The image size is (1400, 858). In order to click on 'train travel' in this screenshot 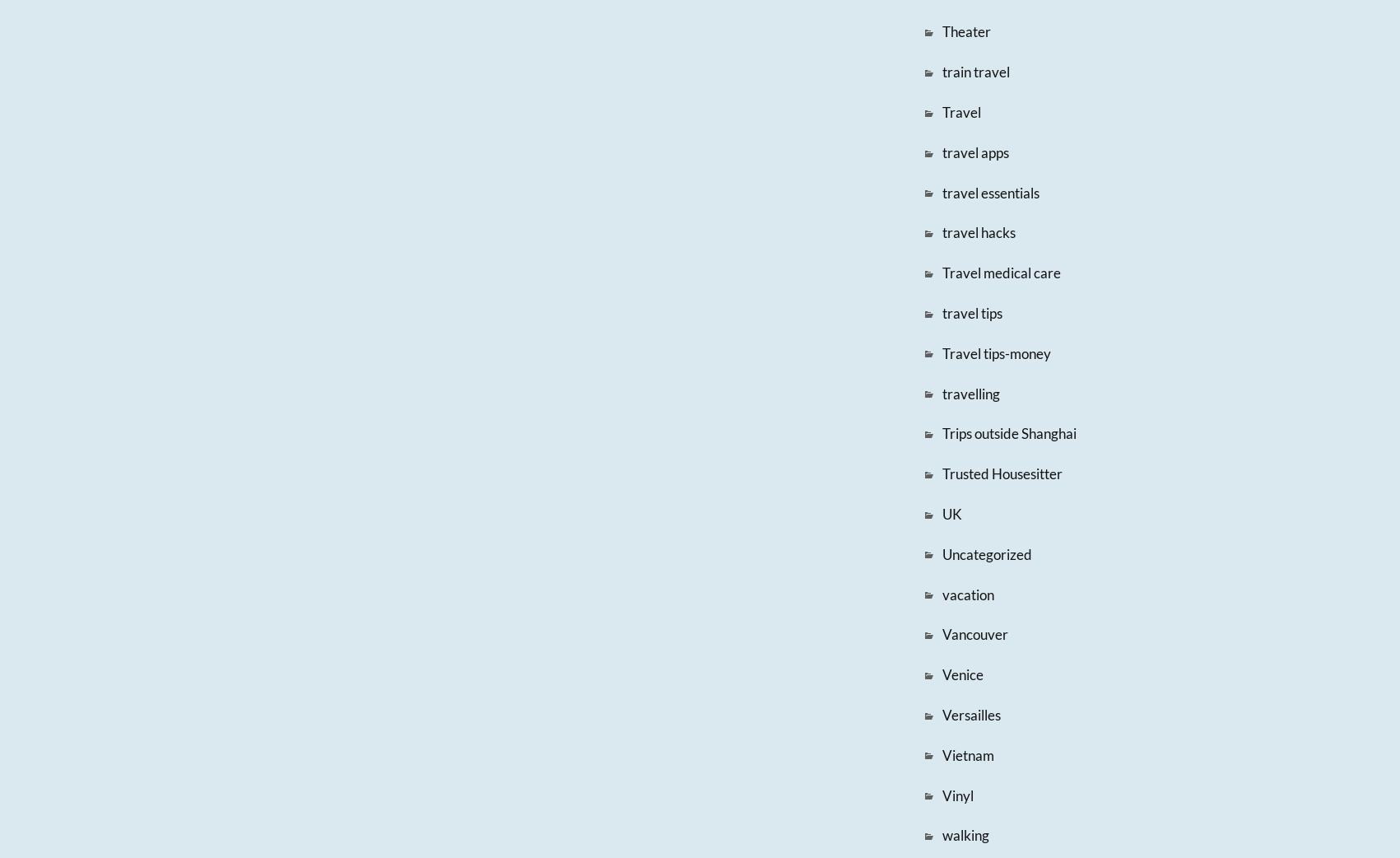, I will do `click(974, 71)`.